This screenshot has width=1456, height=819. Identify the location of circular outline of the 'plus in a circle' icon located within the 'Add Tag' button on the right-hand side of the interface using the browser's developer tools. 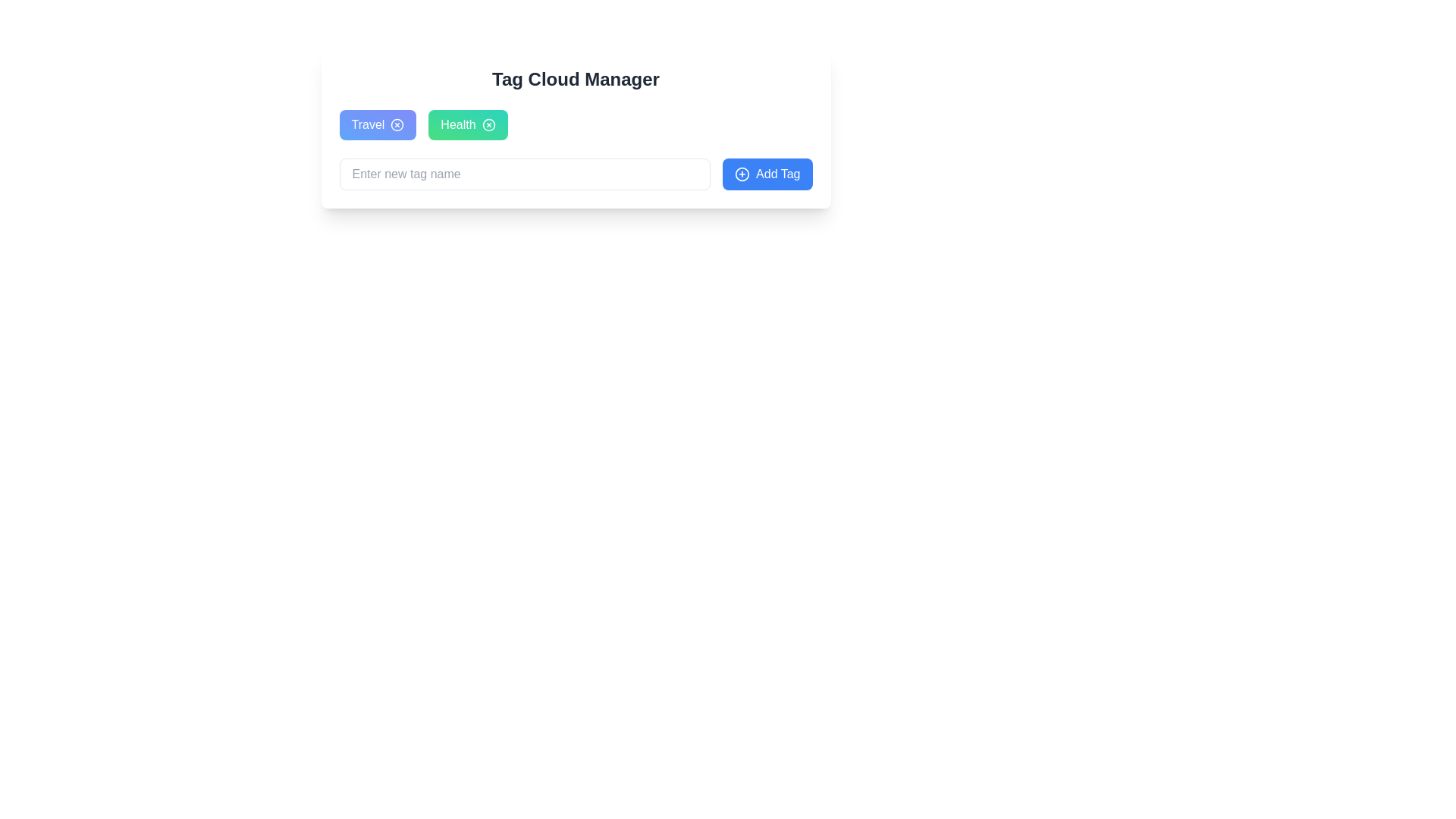
(742, 174).